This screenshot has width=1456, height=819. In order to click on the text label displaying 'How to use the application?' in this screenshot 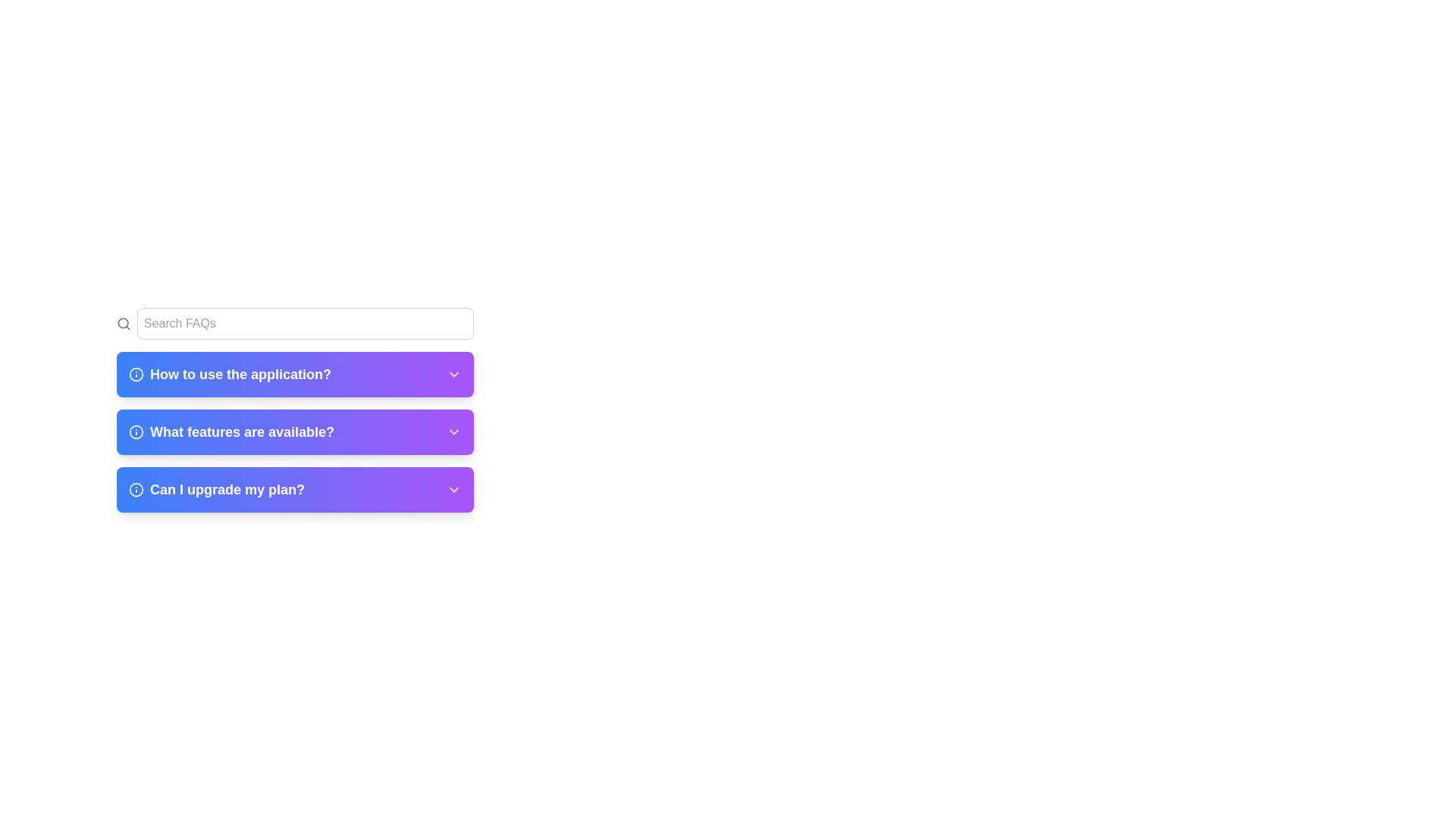, I will do `click(240, 374)`.